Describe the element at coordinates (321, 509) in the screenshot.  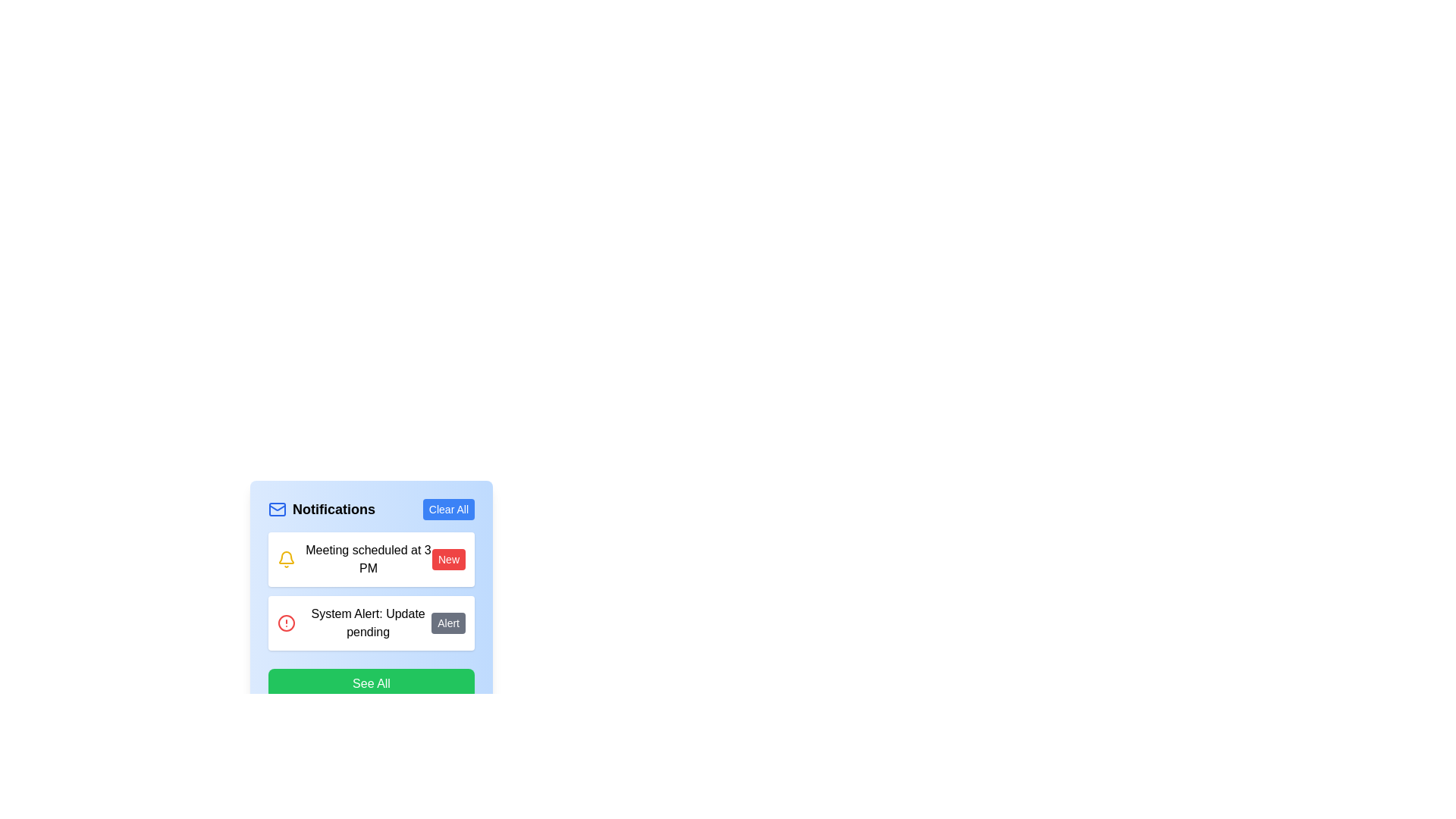
I see `the Notifications label, which features a blue envelope icon and bold black text, positioned at the top section of the notification panel` at that location.